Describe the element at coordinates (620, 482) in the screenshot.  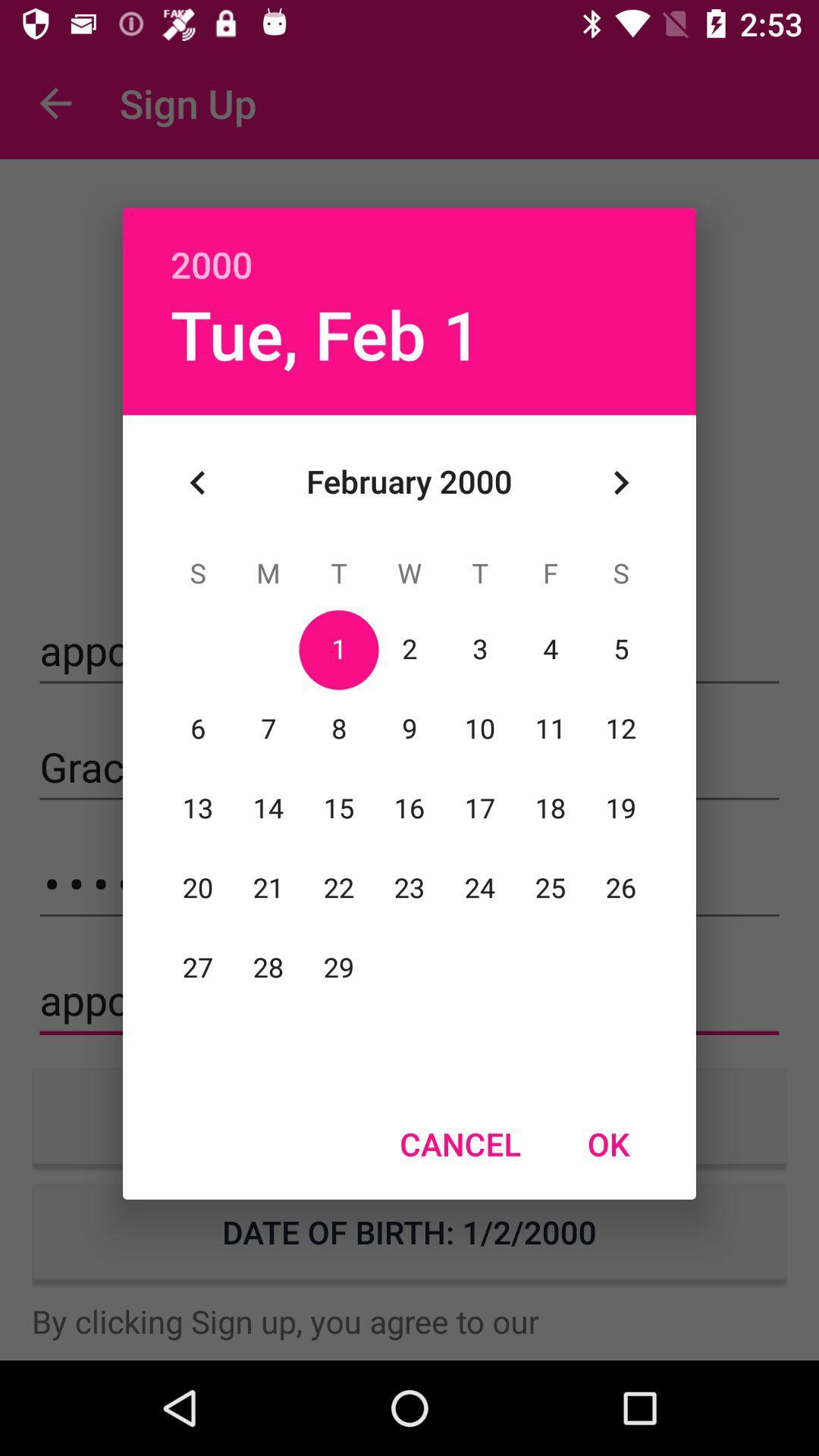
I see `item above ok icon` at that location.